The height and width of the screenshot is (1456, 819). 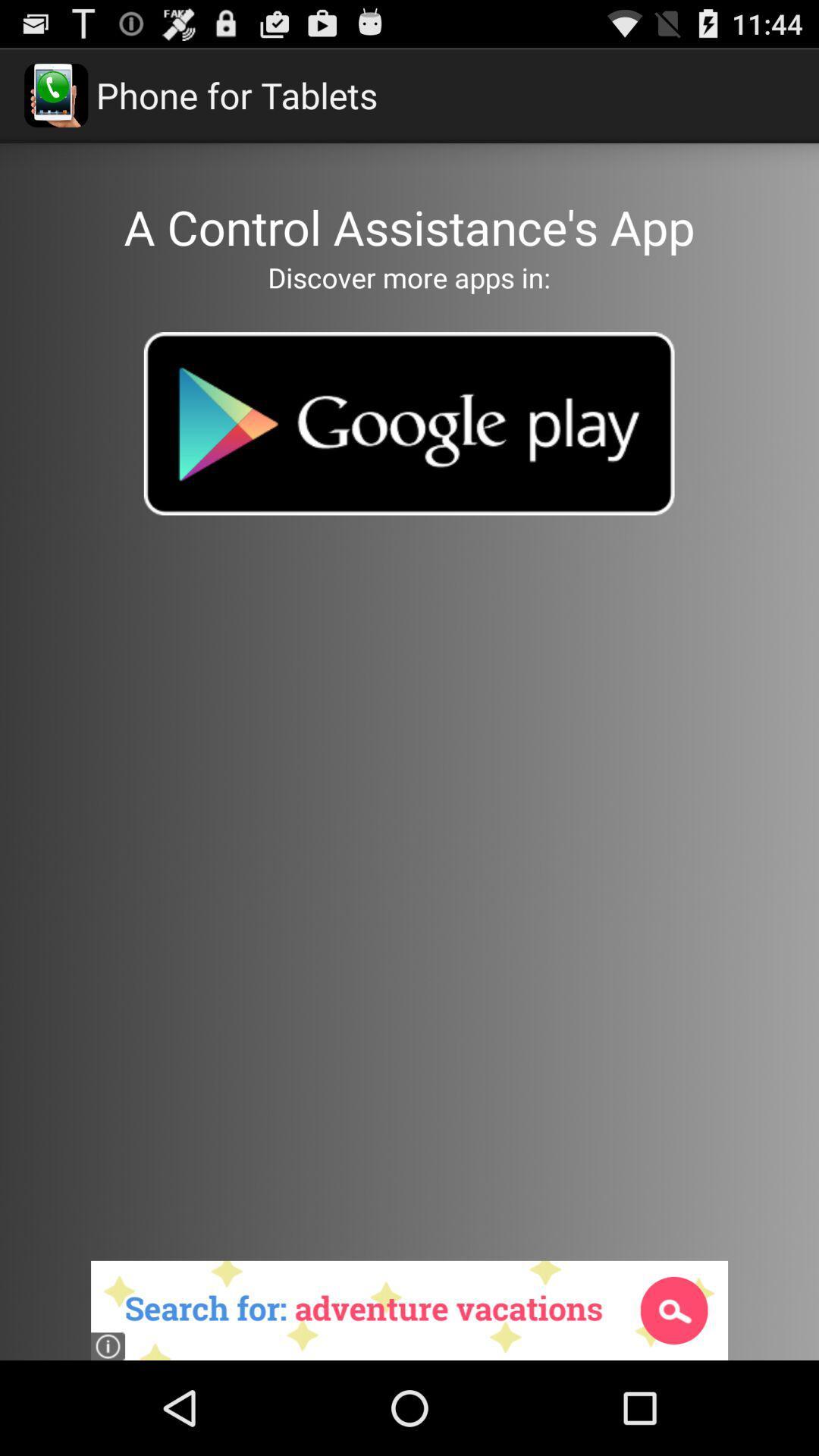 I want to click on the item at the bottom, so click(x=409, y=1310).